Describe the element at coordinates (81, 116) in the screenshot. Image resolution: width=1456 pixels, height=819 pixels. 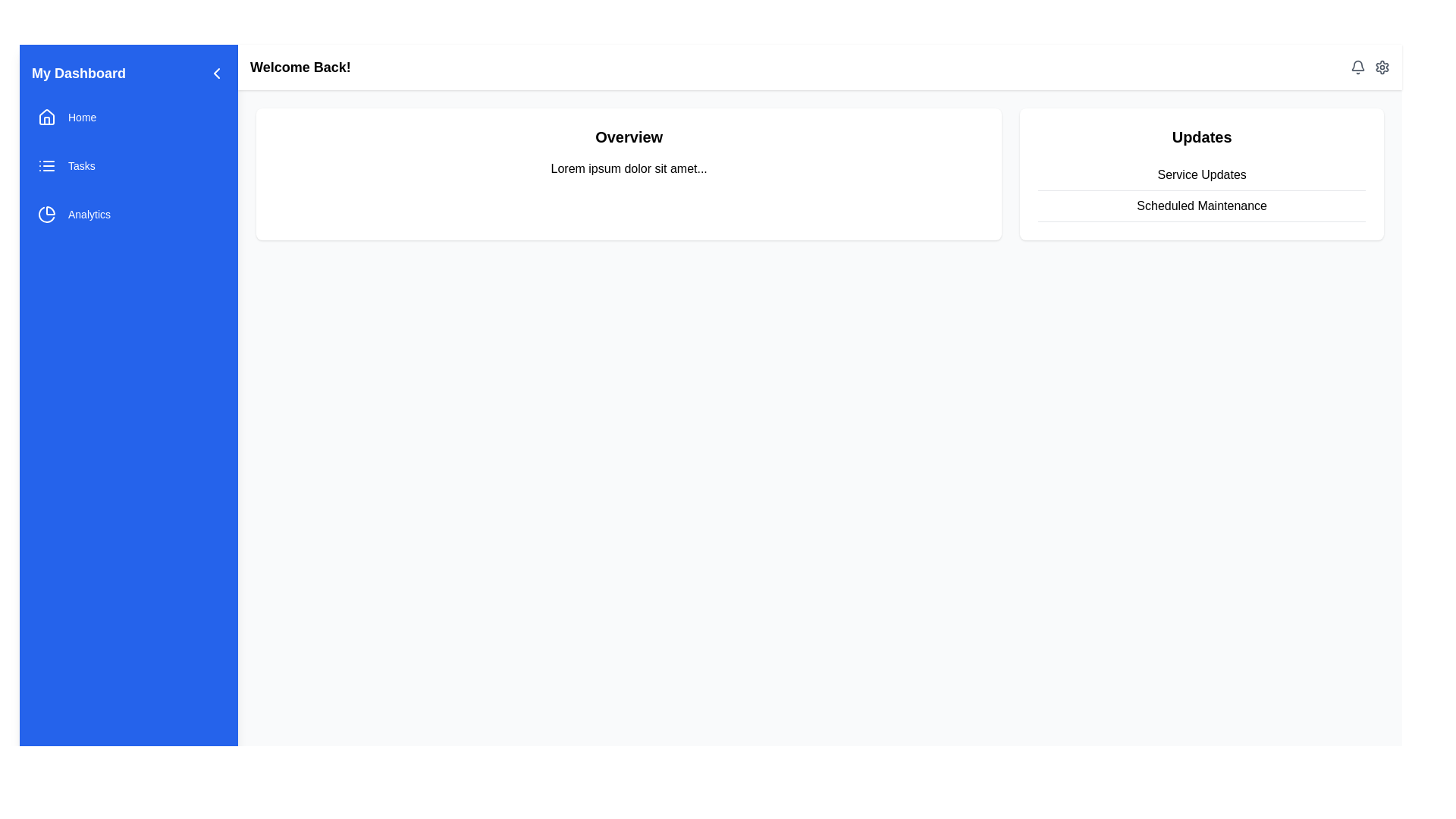
I see `the 'Home' text label in the vertical navigation menu` at that location.